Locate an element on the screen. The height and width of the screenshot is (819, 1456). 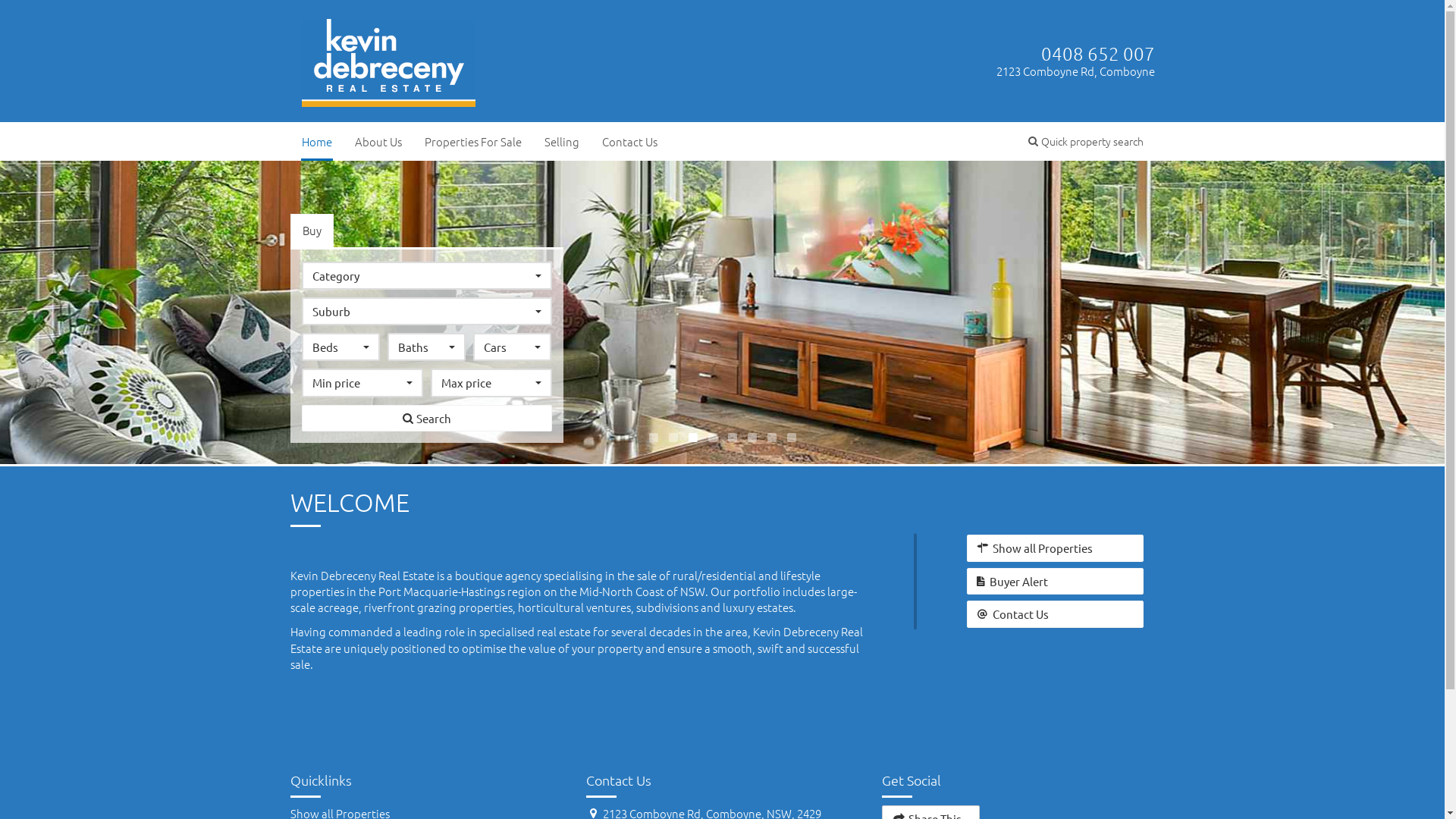
'Beds is located at coordinates (340, 347).